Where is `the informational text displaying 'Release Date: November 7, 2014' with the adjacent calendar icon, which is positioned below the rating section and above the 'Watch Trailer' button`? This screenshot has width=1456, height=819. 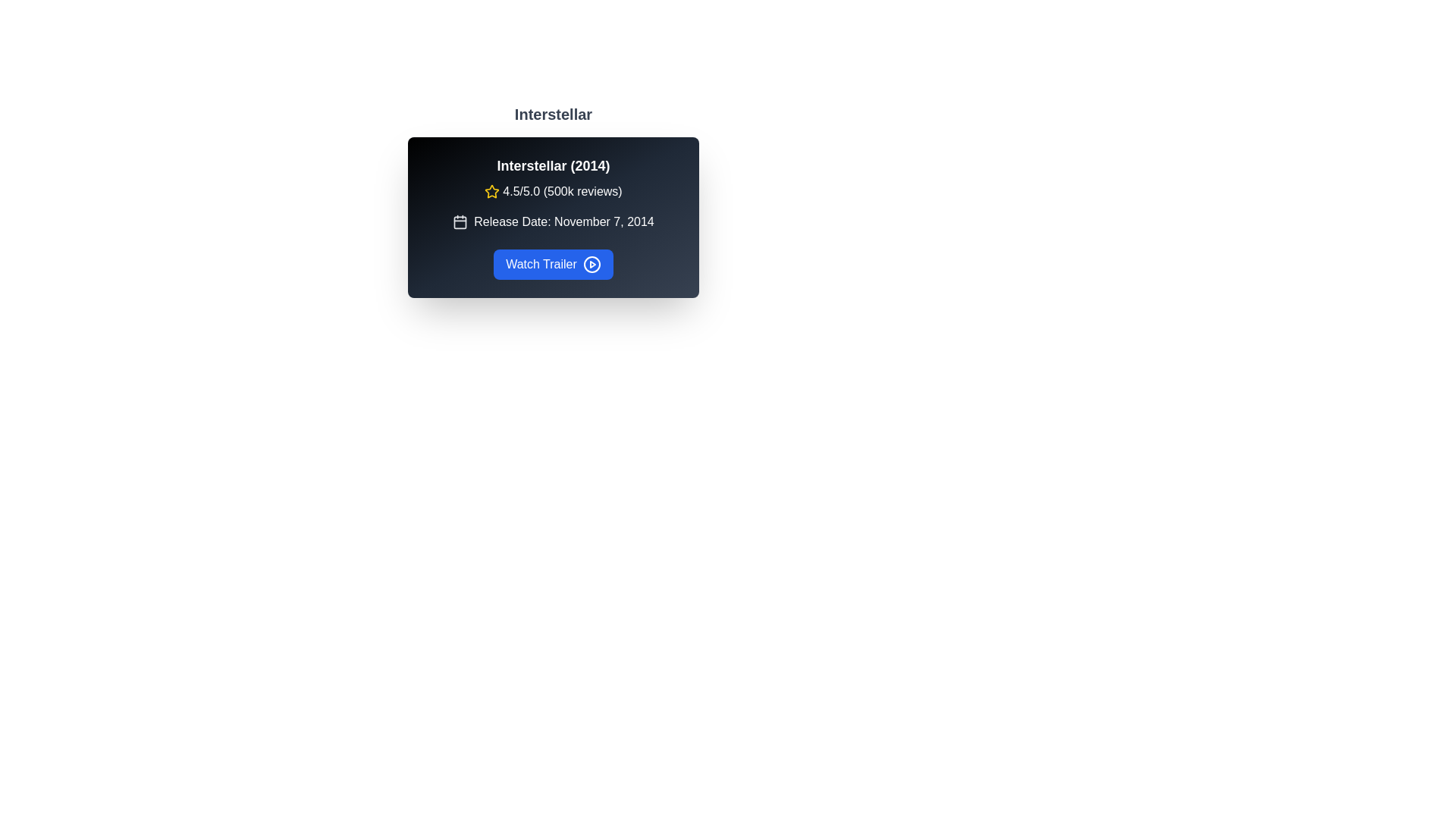
the informational text displaying 'Release Date: November 7, 2014' with the adjacent calendar icon, which is positioned below the rating section and above the 'Watch Trailer' button is located at coordinates (552, 222).